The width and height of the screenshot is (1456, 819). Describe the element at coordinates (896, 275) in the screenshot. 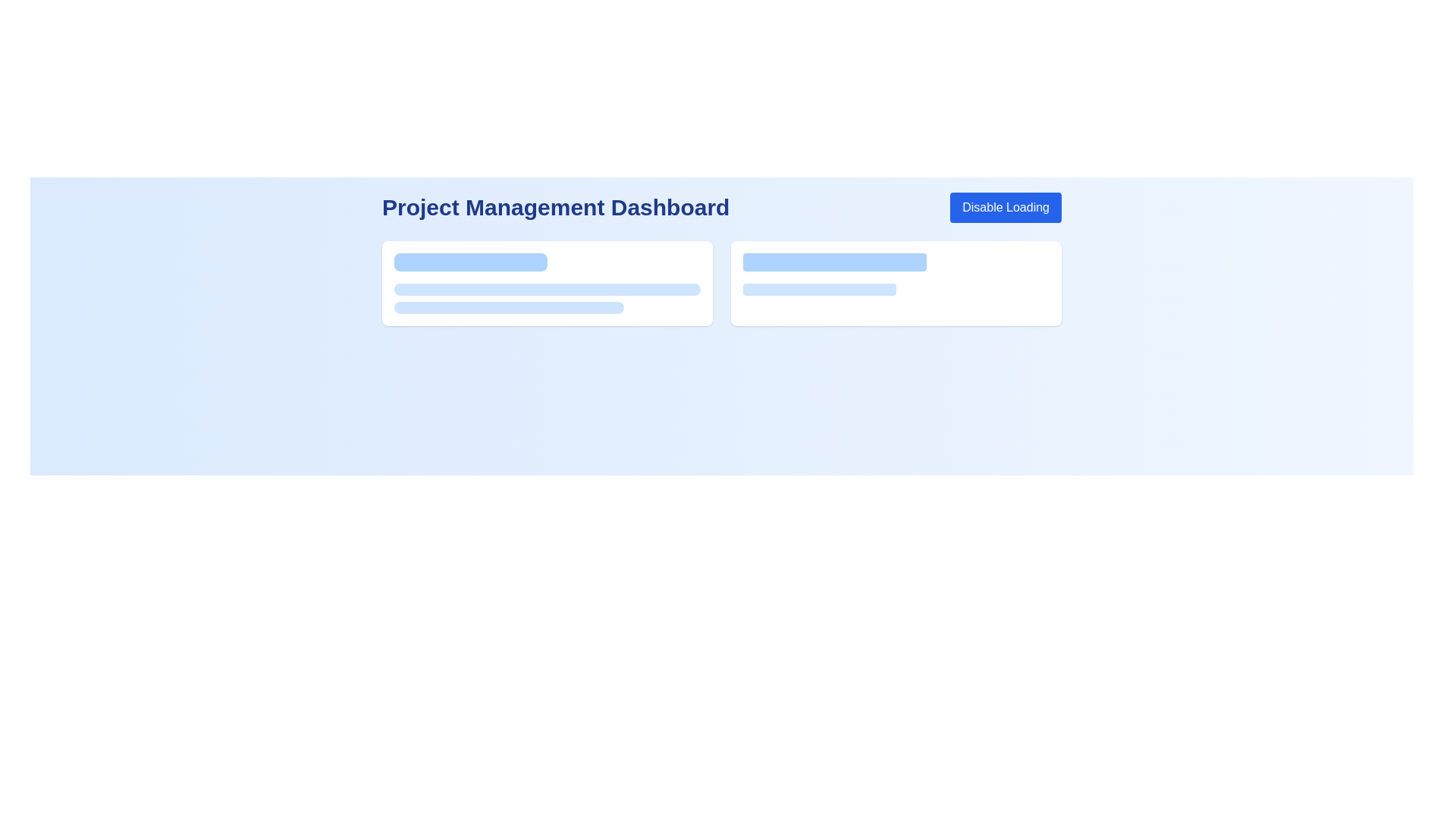

I see `the Loading placeholder, which consists of two vertically stacked horizontal rectangles with rounded corners, the top being darker blue and taller than the bottom one, located in the rightmost card in the middle of the interface` at that location.